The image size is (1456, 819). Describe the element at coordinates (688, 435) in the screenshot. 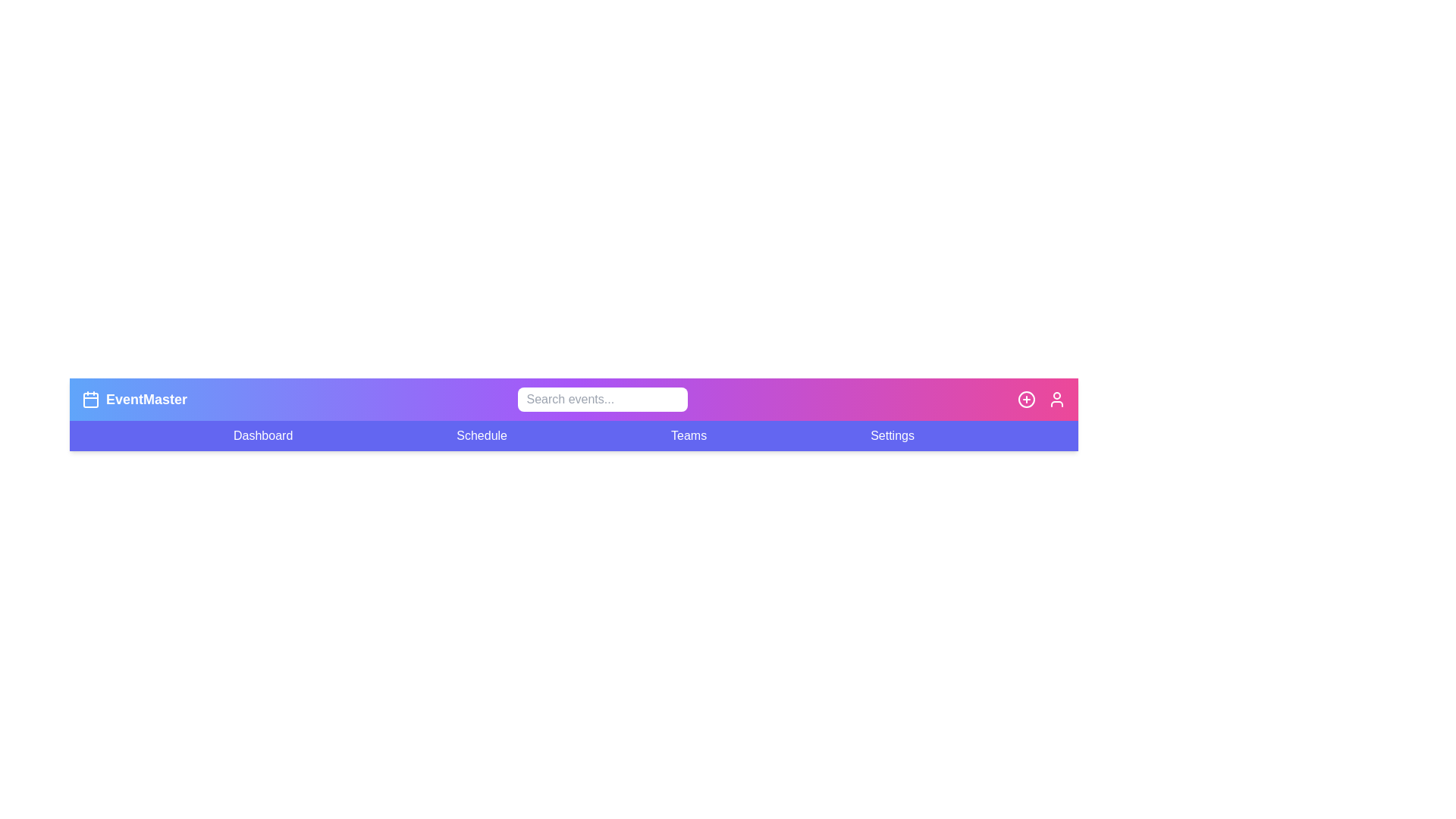

I see `the menu item Teams to navigate` at that location.